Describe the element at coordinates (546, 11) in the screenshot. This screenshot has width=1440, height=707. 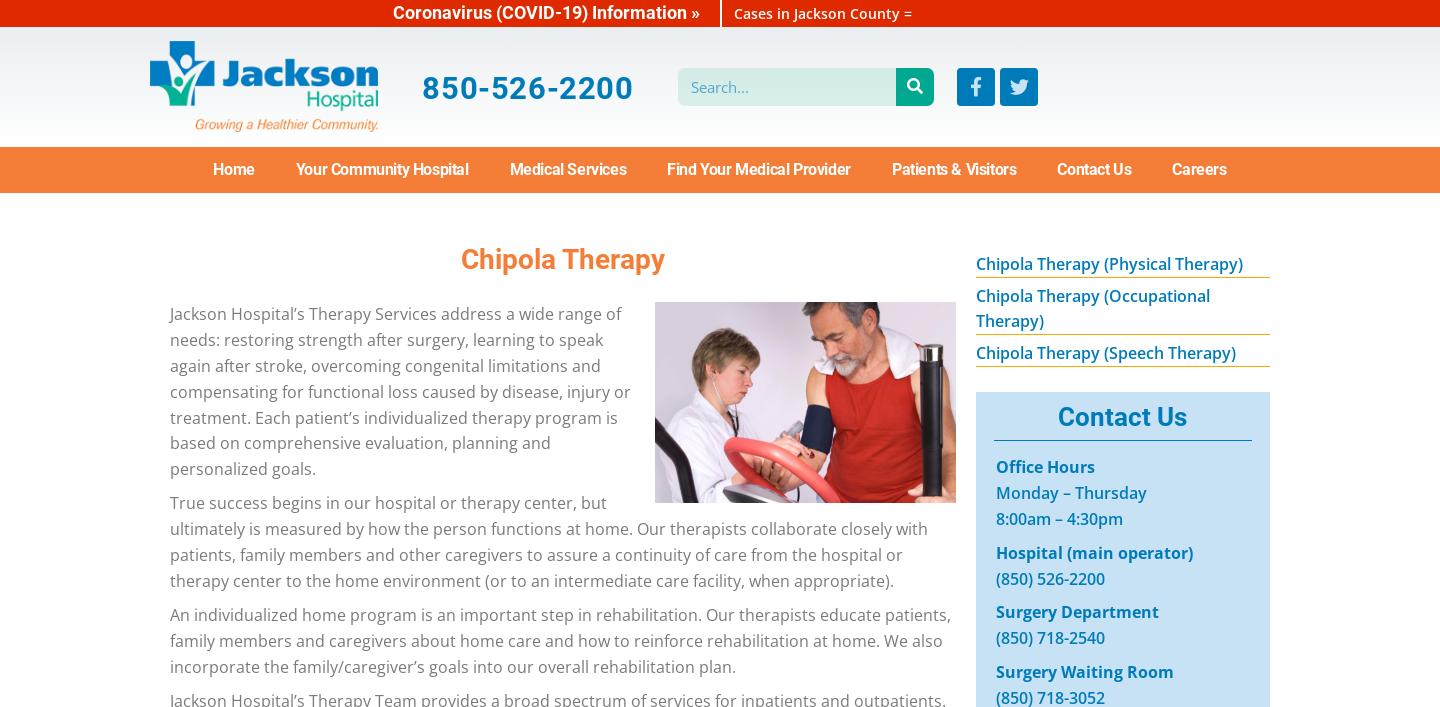
I see `'Coronavirus (COVID-19) Information »'` at that location.